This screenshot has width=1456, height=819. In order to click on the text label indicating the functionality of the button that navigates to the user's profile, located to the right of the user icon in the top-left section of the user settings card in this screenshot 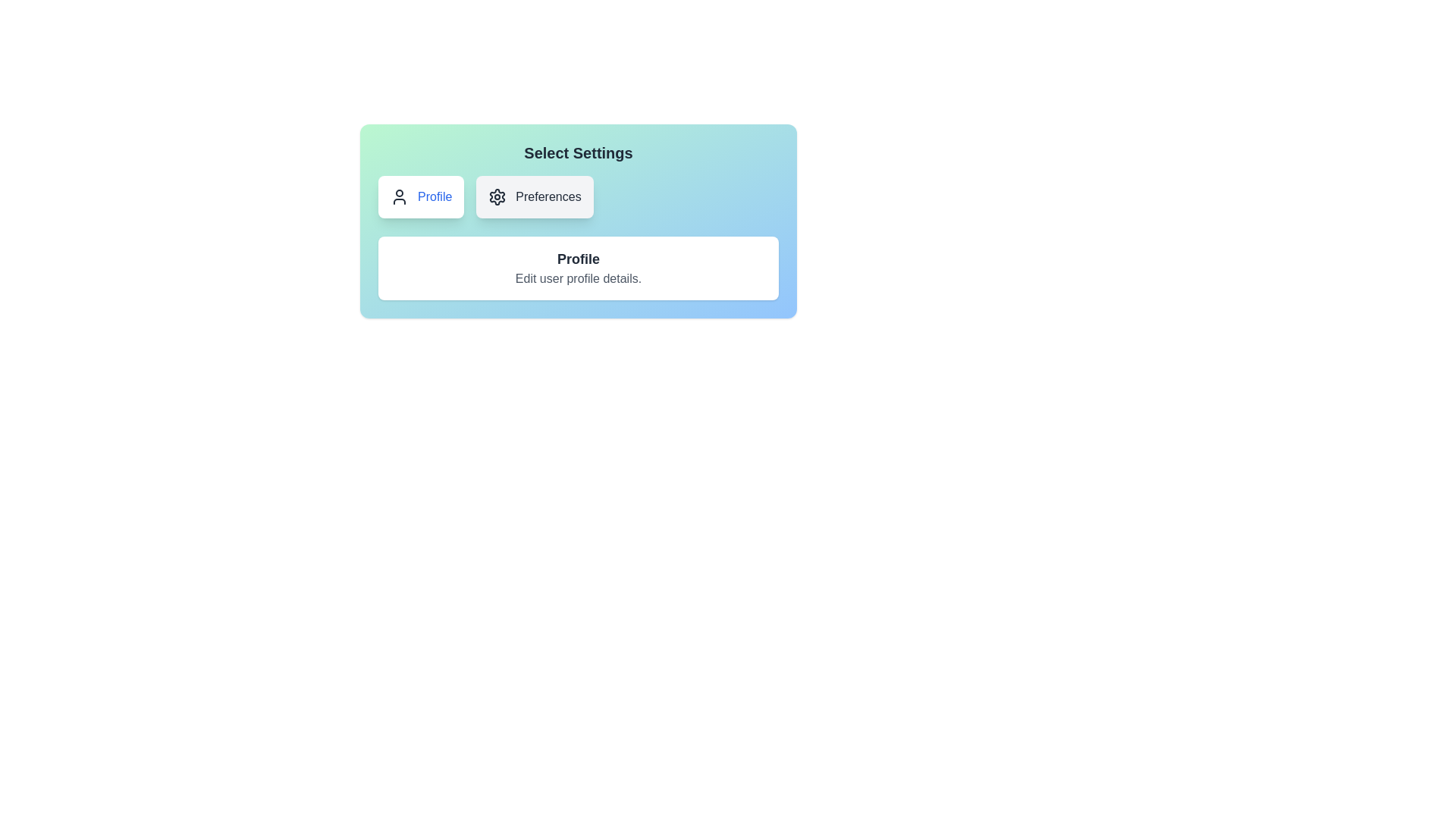, I will do `click(434, 196)`.